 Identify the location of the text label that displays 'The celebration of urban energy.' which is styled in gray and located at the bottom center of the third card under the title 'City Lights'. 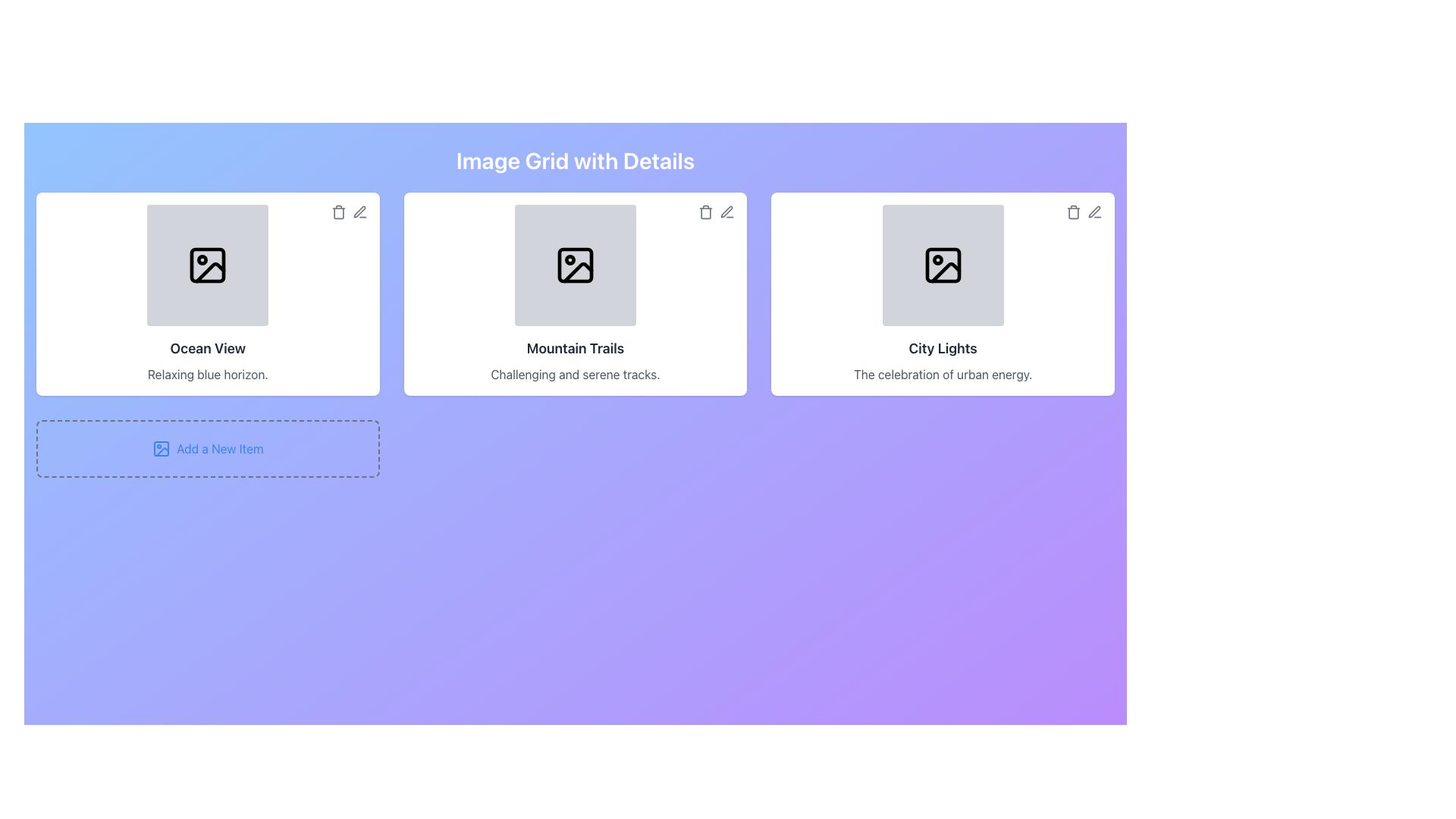
(942, 374).